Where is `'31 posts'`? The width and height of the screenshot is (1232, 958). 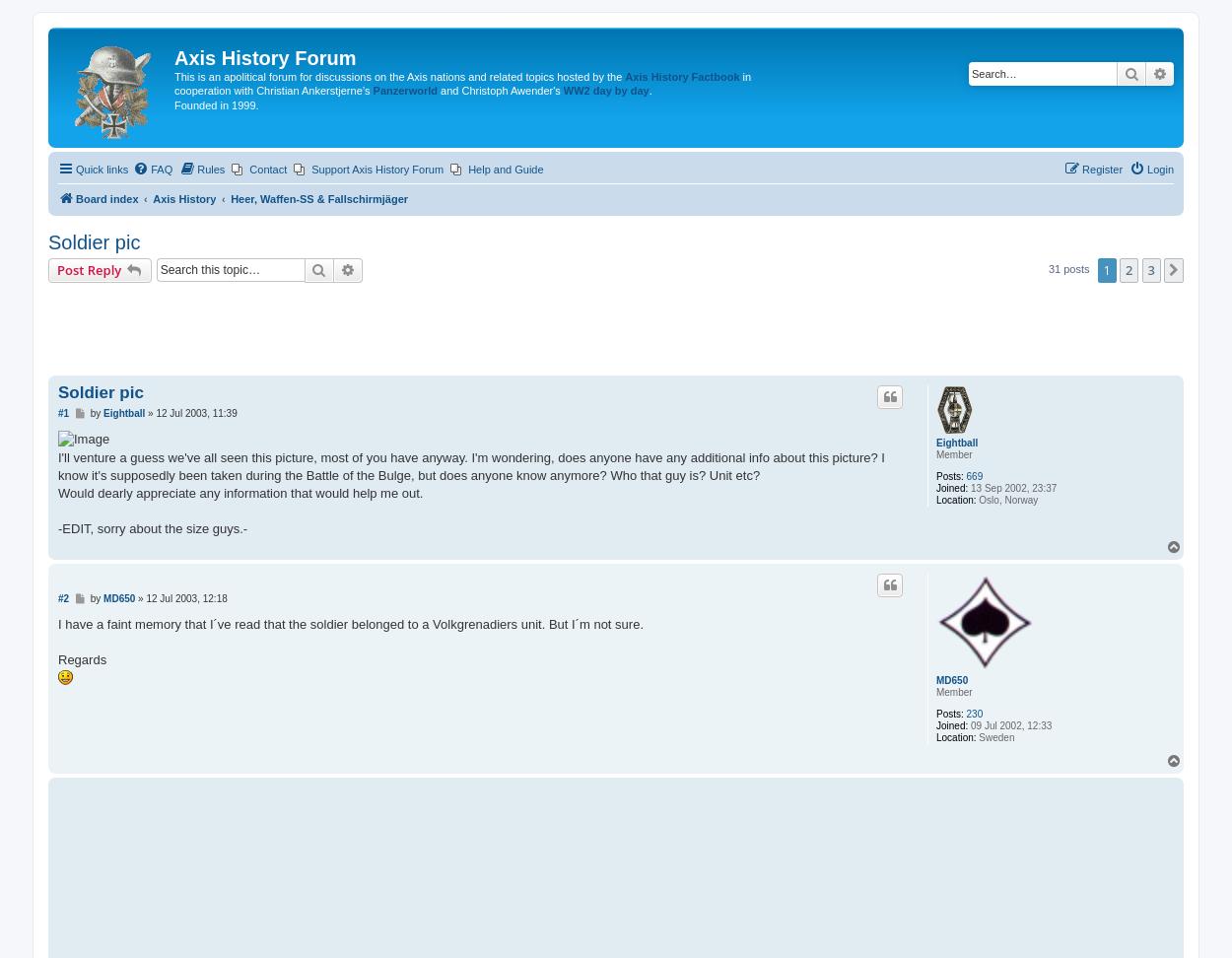
'31 posts' is located at coordinates (1068, 269).